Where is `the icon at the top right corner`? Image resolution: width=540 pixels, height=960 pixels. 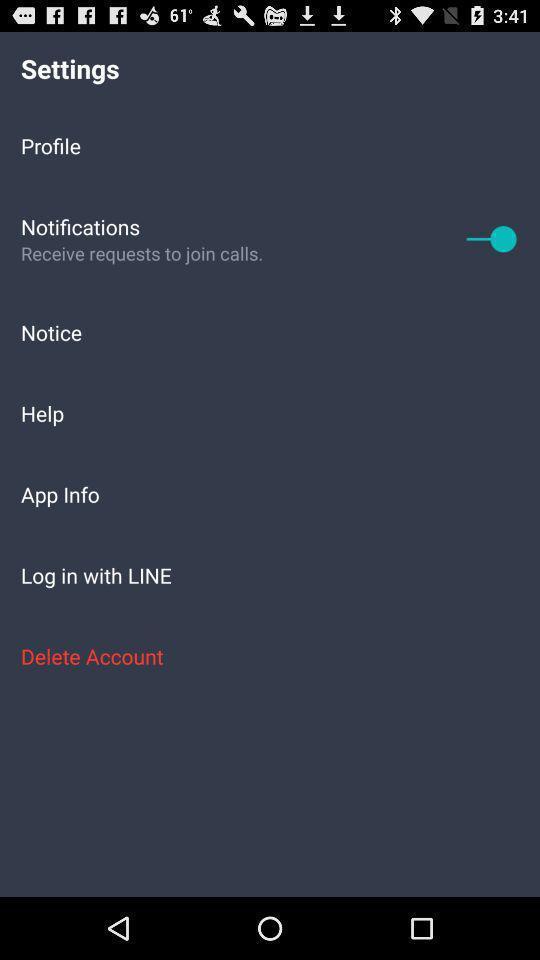 the icon at the top right corner is located at coordinates (491, 238).